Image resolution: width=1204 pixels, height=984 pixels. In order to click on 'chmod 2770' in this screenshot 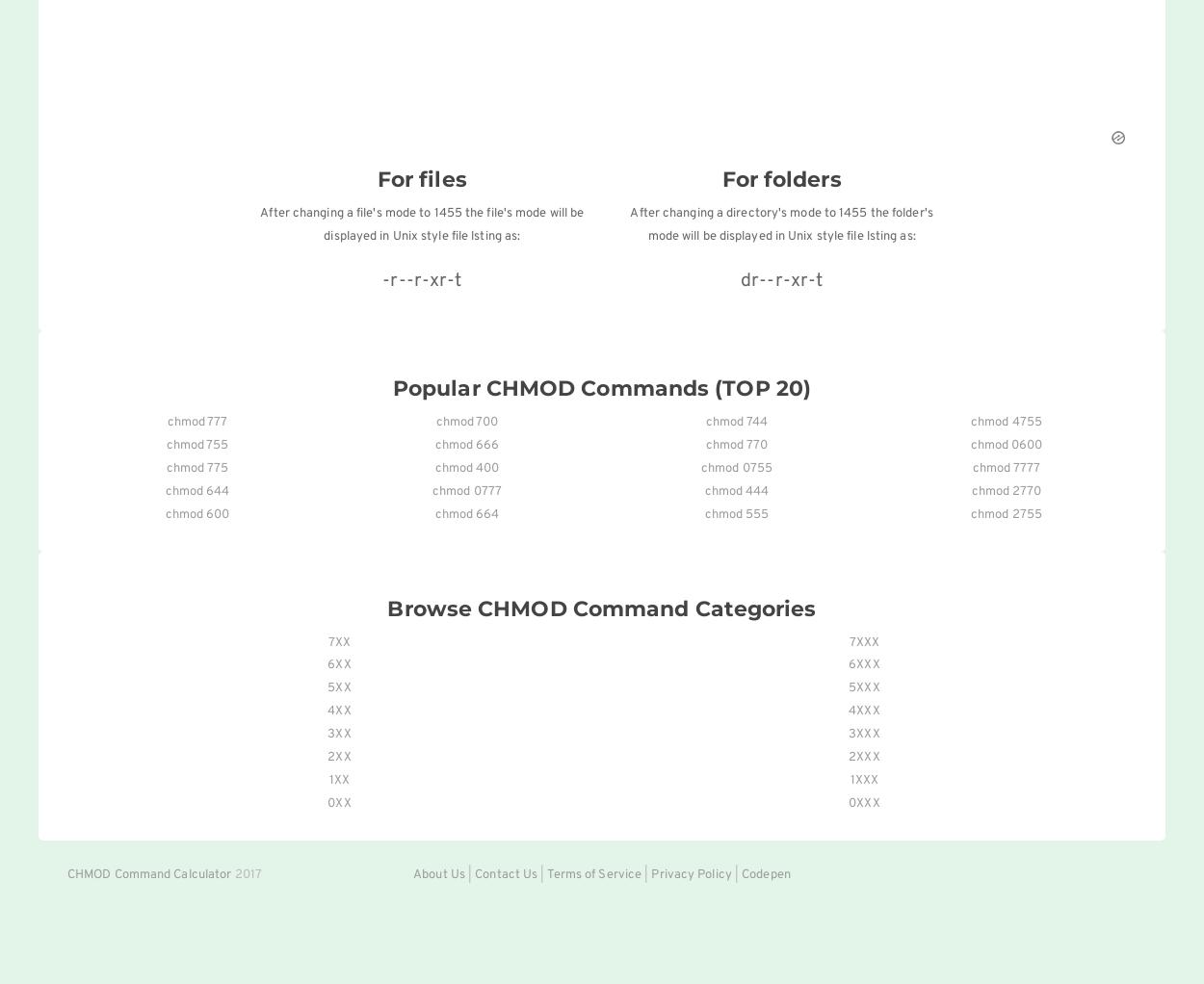, I will do `click(971, 490)`.